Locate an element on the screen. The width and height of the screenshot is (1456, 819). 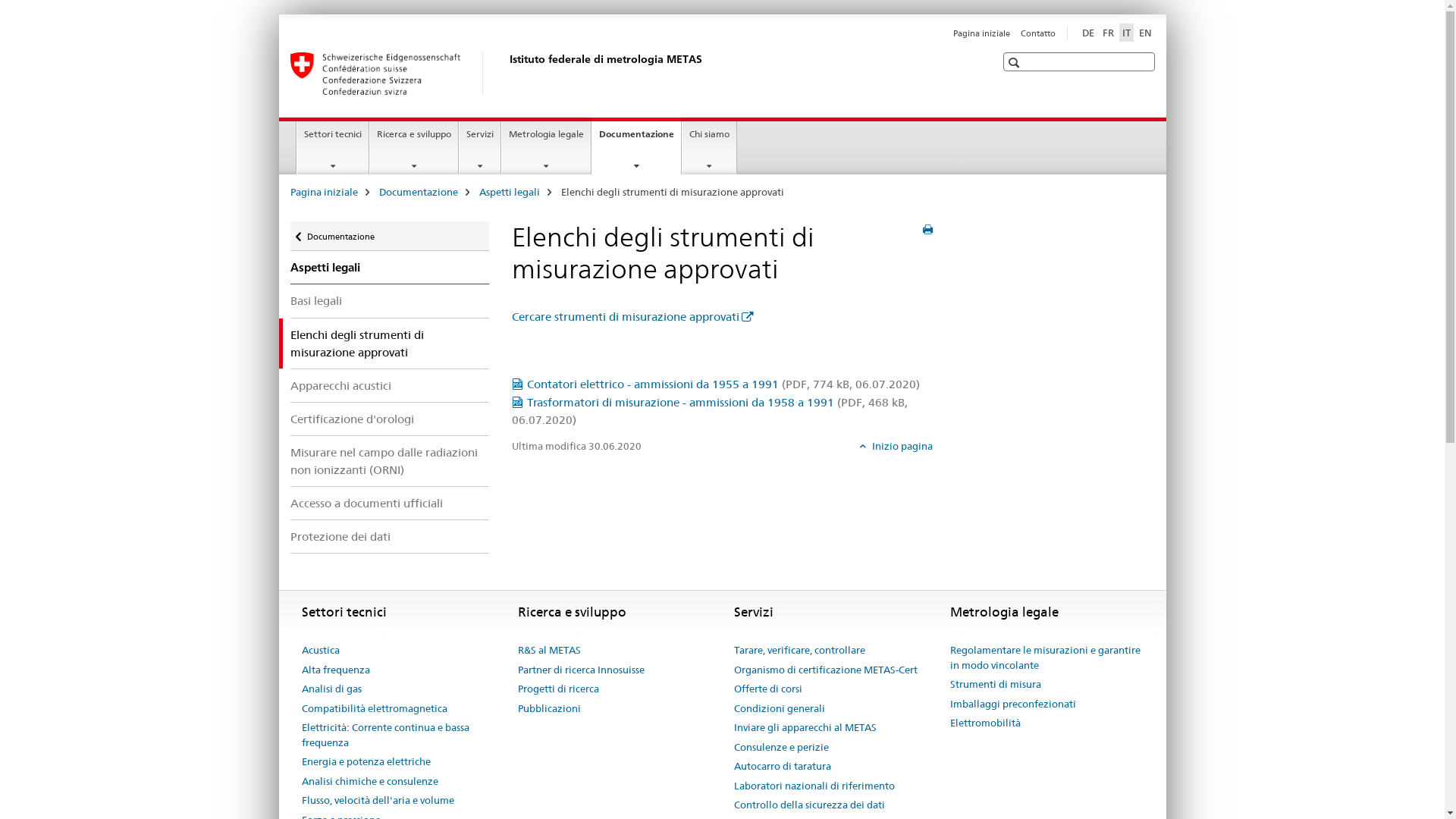
'Certificazione d'orologi' is located at coordinates (290, 419).